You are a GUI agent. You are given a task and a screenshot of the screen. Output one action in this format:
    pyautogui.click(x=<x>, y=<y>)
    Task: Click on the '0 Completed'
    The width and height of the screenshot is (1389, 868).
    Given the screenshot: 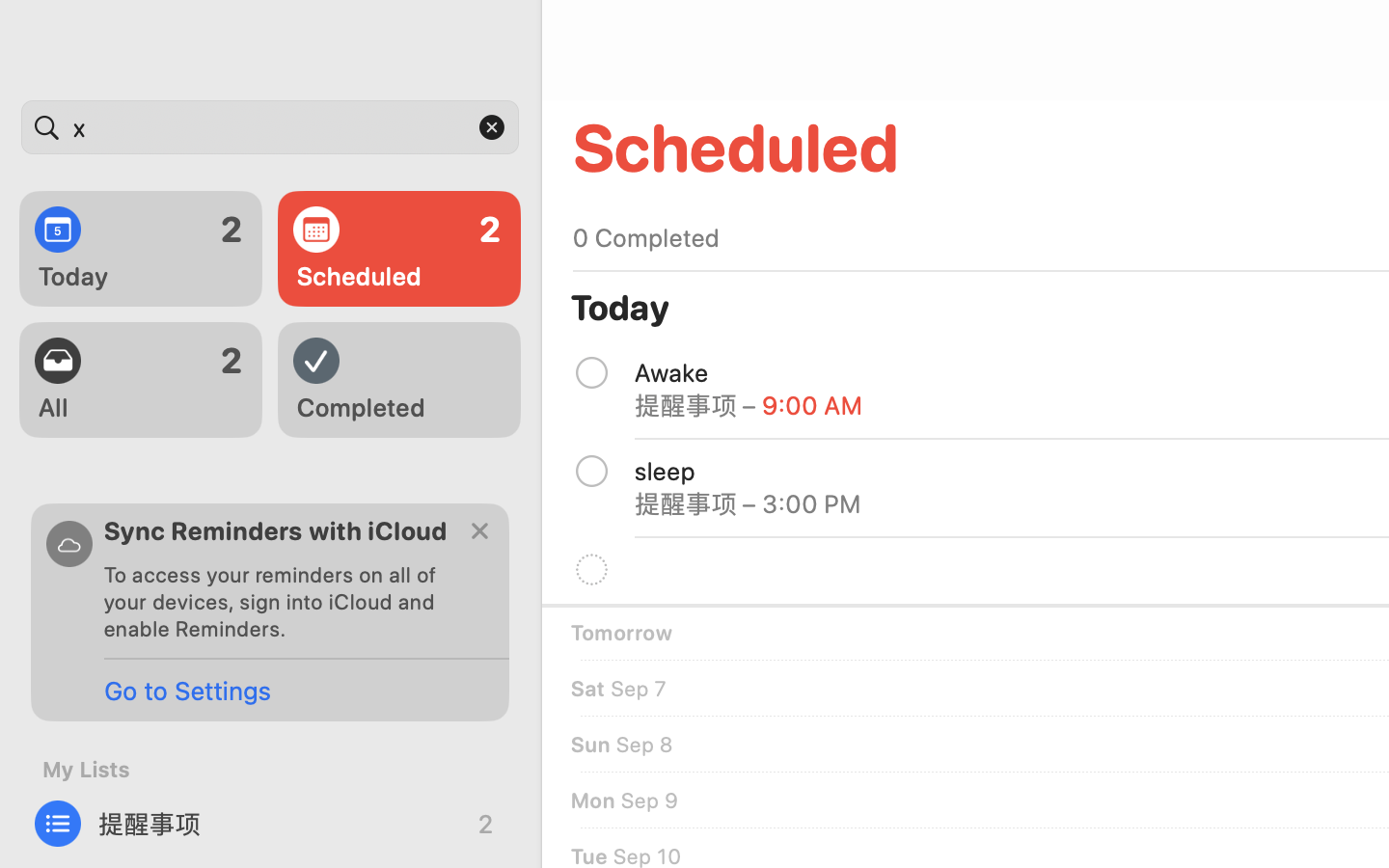 What is the action you would take?
    pyautogui.click(x=646, y=235)
    